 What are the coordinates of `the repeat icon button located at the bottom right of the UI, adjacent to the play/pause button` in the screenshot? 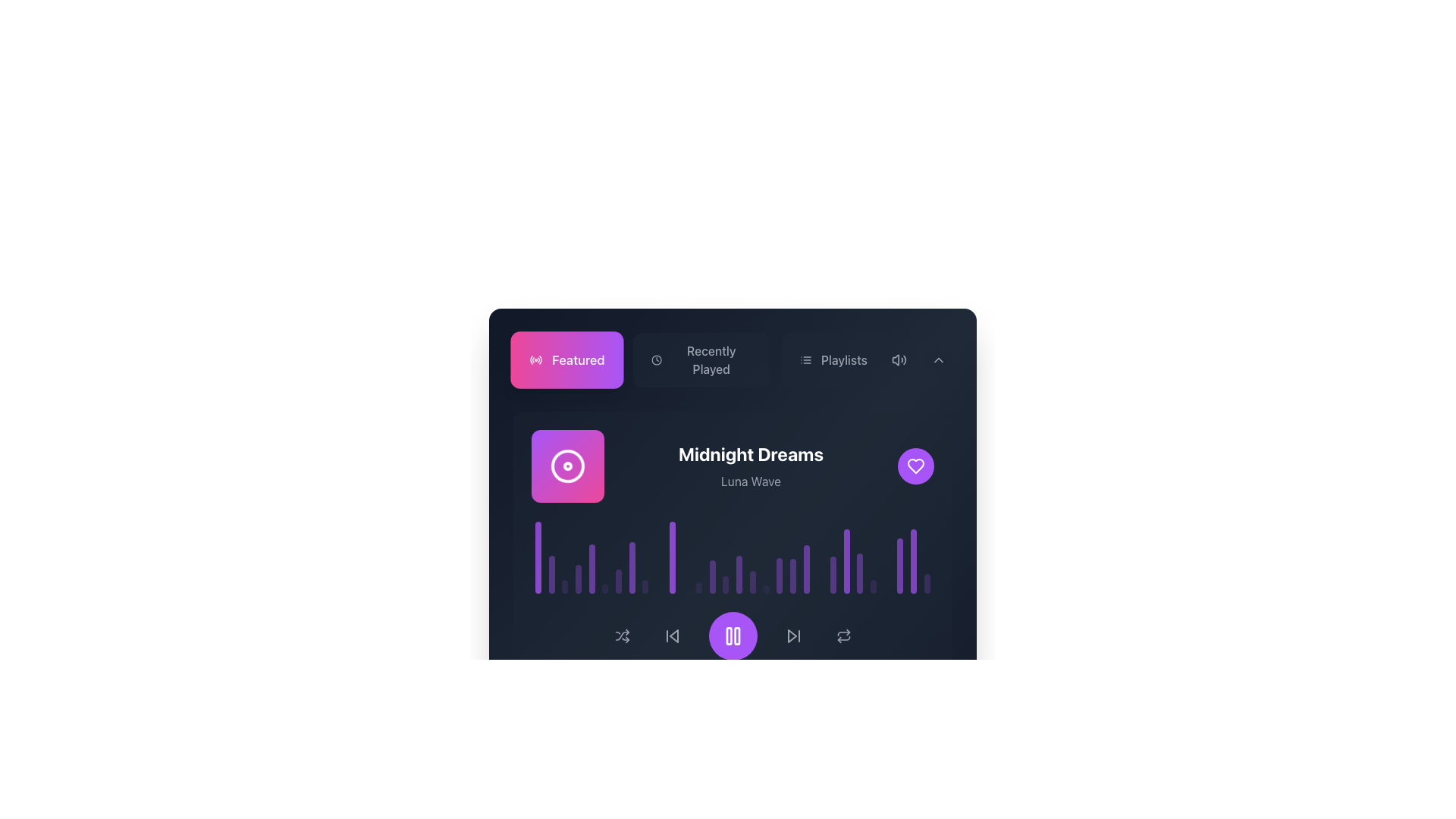 It's located at (843, 636).